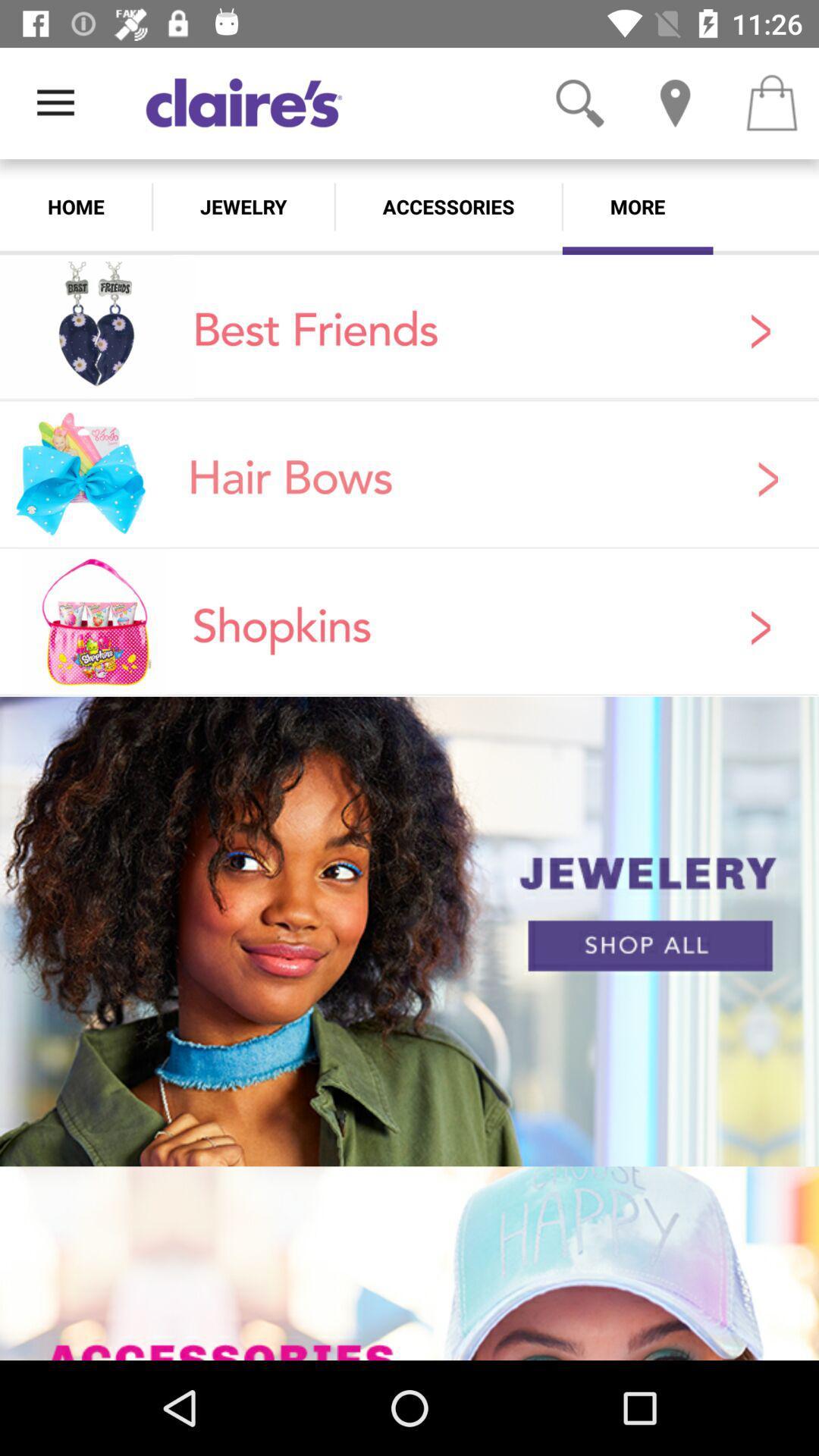 The image size is (819, 1456). What do you see at coordinates (638, 206) in the screenshot?
I see `app to the right of accessories app` at bounding box center [638, 206].